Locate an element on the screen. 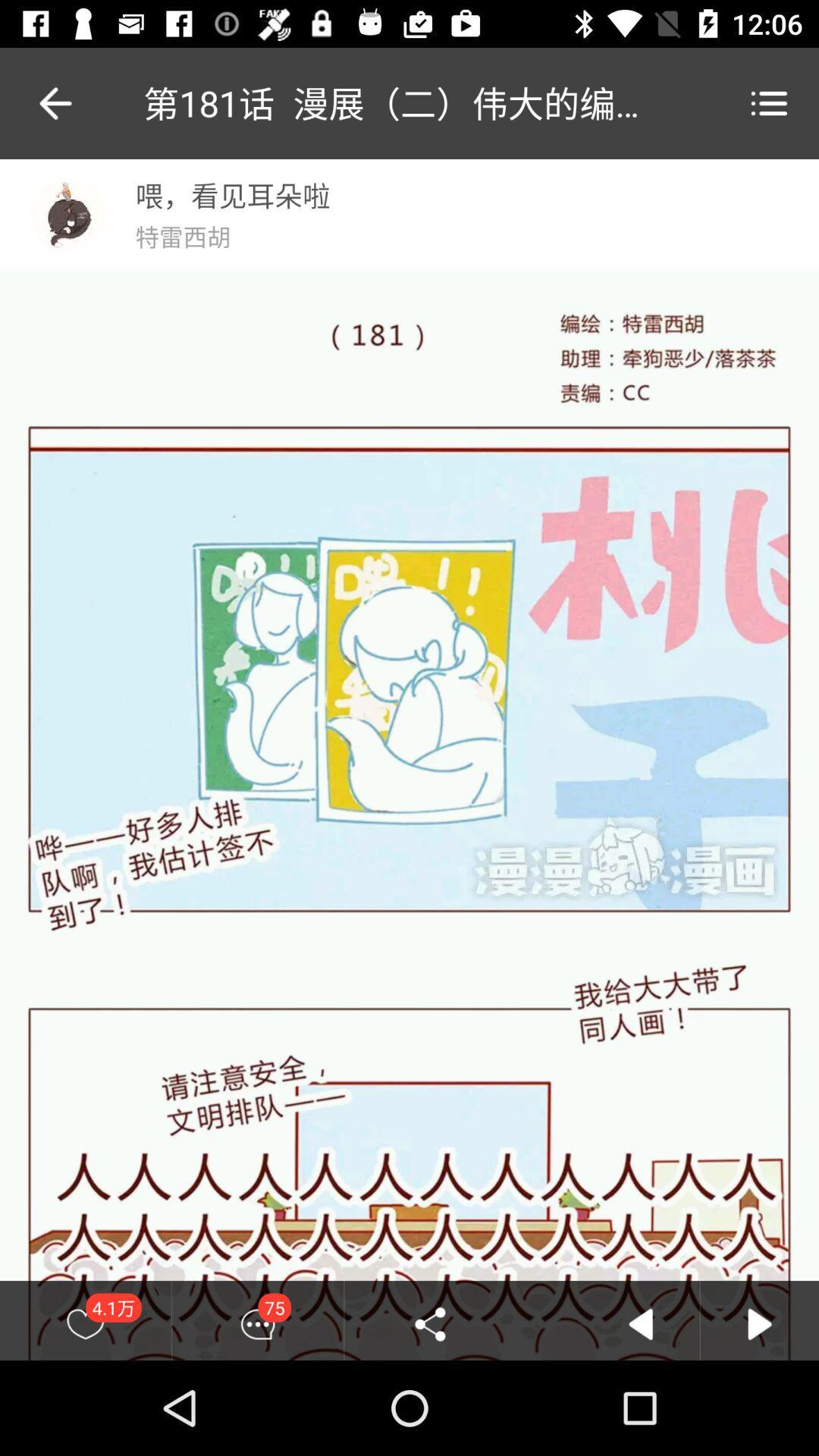  back arrow button is located at coordinates (640, 1323).